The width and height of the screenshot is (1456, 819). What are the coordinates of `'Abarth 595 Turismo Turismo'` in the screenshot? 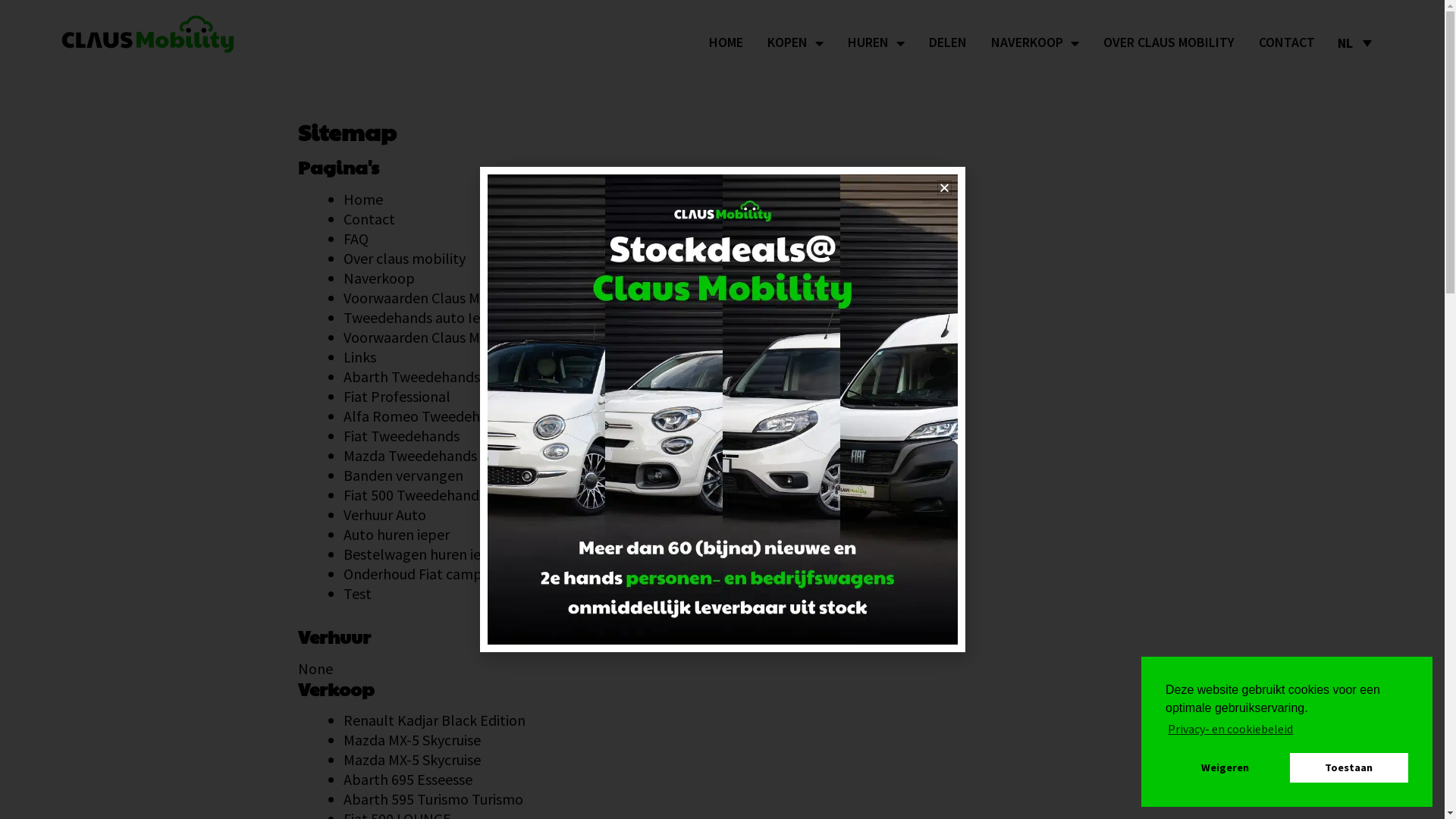 It's located at (431, 798).